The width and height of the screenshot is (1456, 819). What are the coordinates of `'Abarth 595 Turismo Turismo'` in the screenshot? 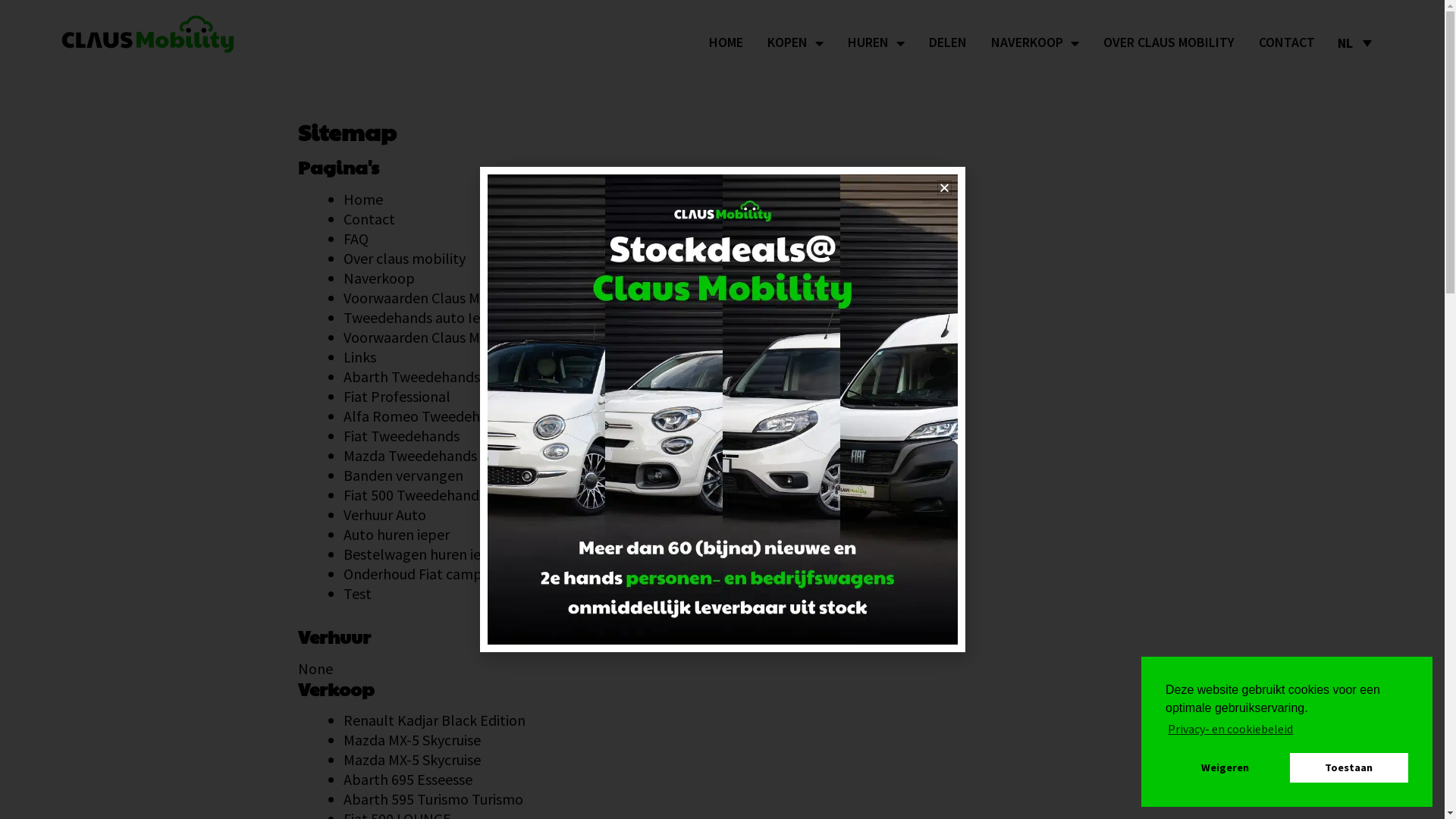 It's located at (431, 798).